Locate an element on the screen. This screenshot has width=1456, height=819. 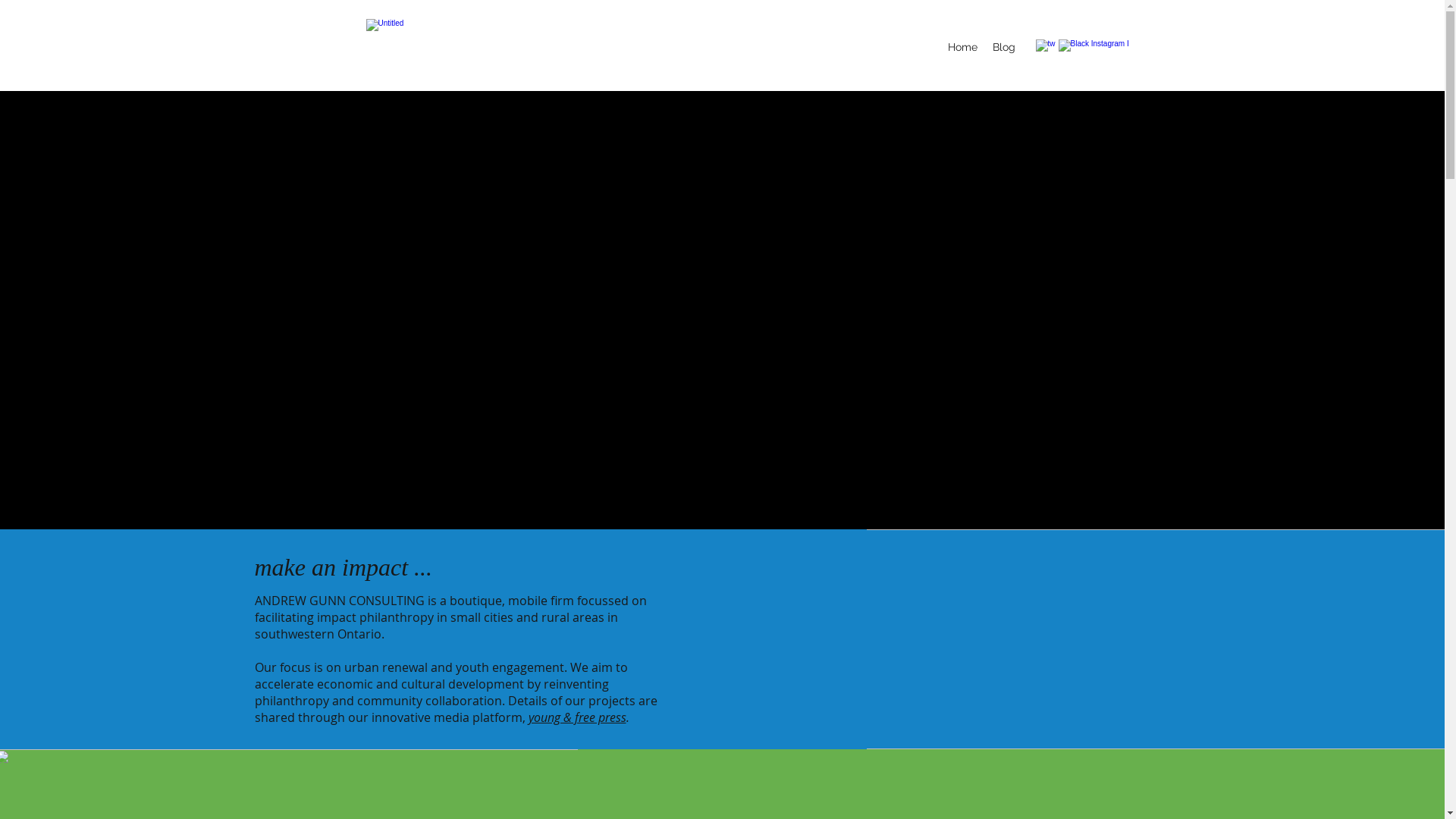
'Blog' is located at coordinates (1003, 45).